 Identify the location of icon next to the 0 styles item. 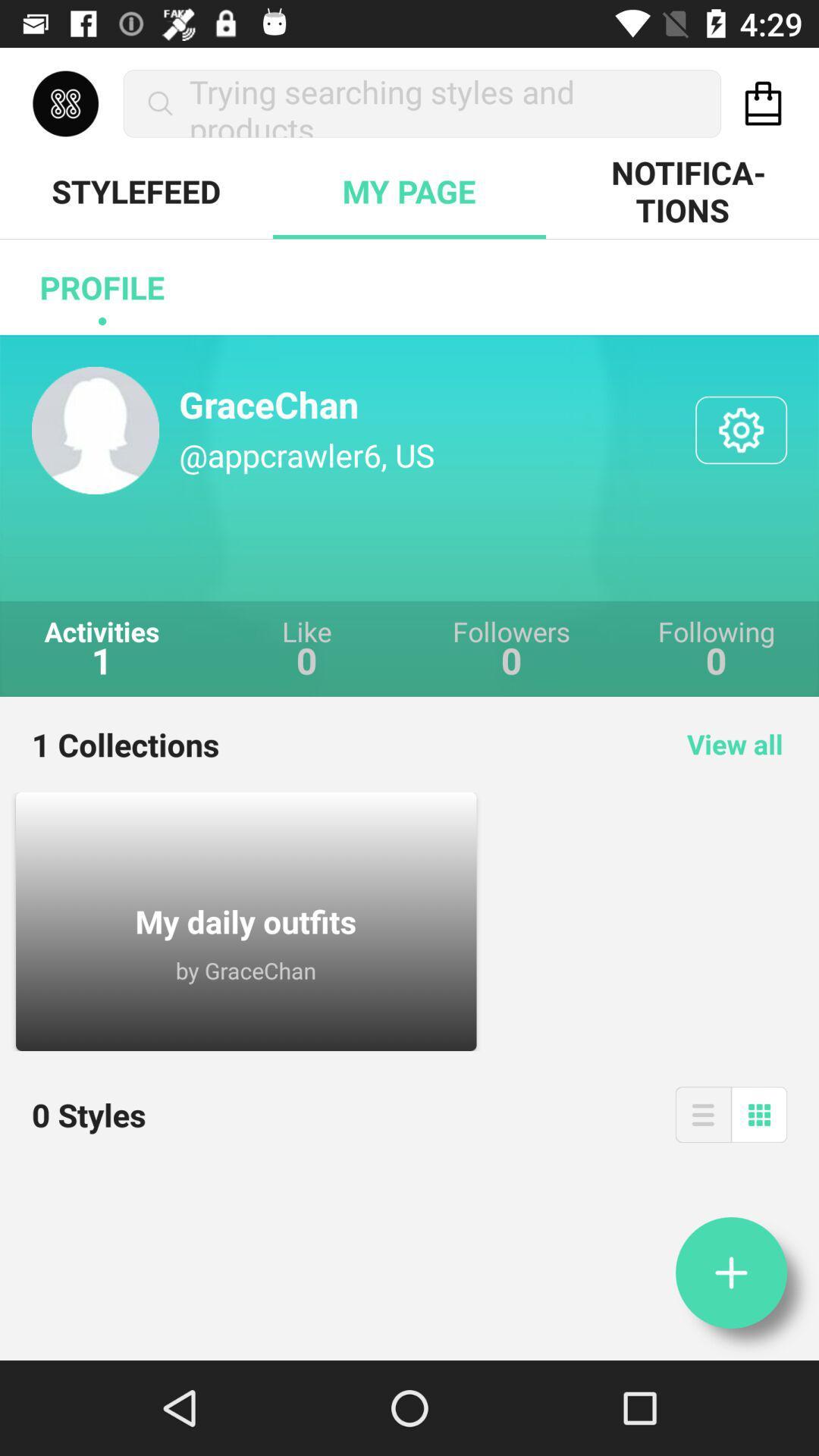
(703, 1114).